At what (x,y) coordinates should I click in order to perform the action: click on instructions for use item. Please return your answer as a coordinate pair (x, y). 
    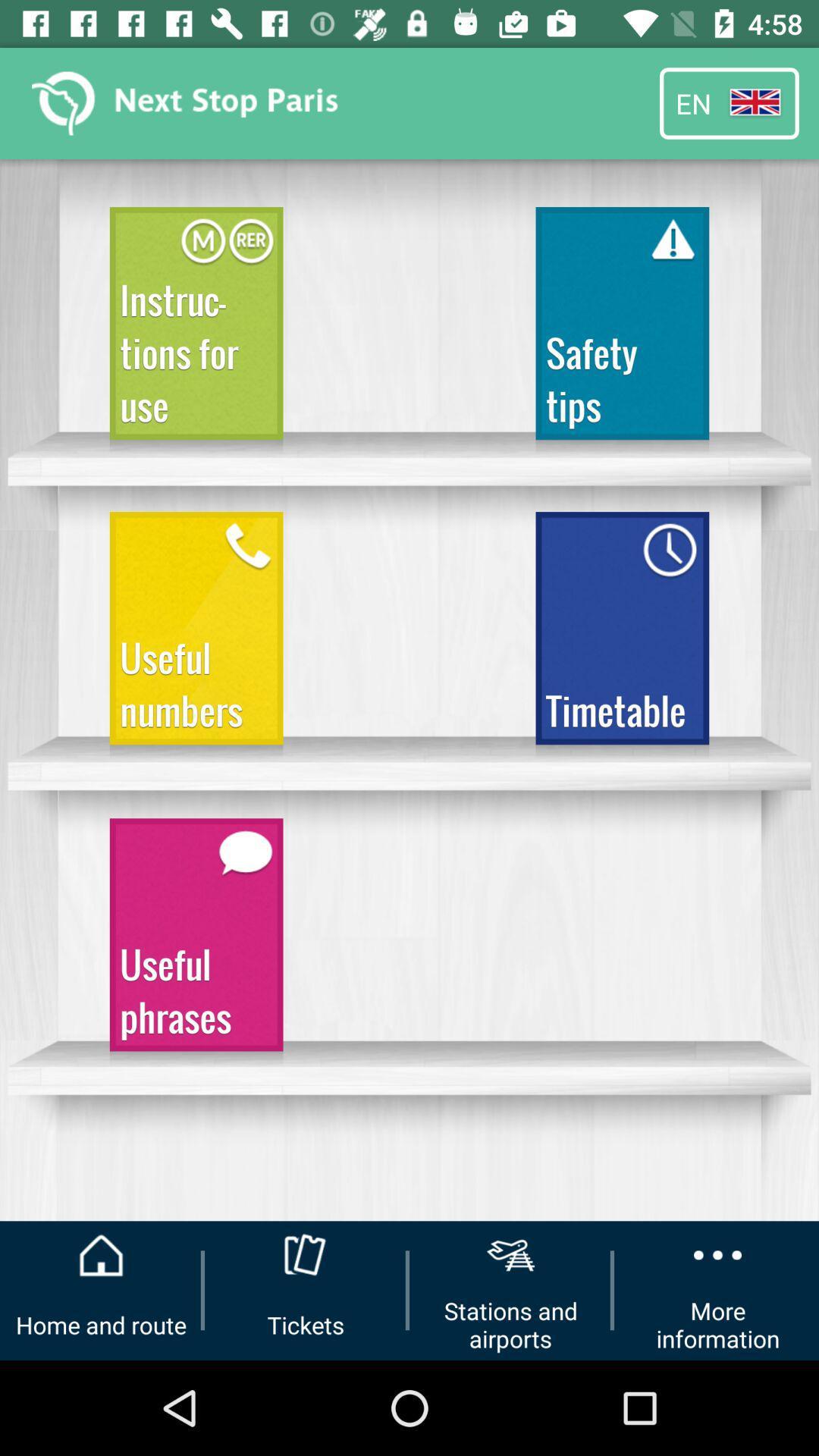
    Looking at the image, I should click on (196, 329).